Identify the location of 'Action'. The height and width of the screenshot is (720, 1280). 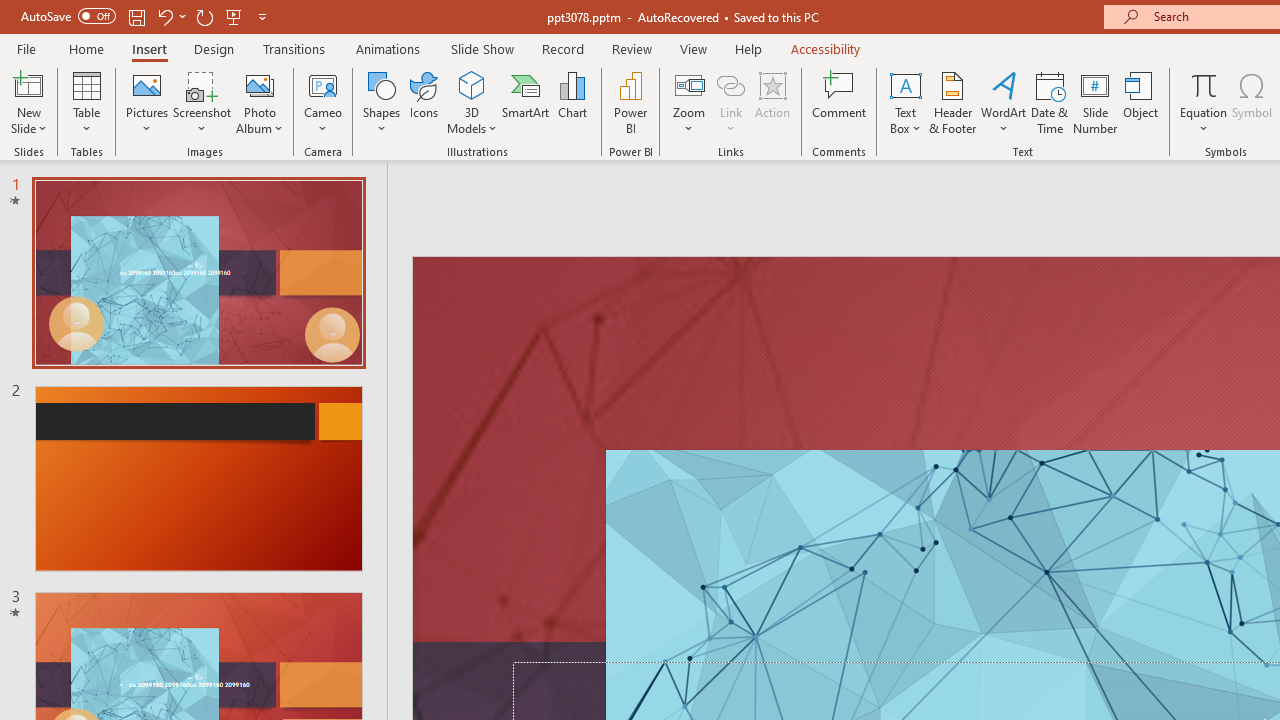
(772, 103).